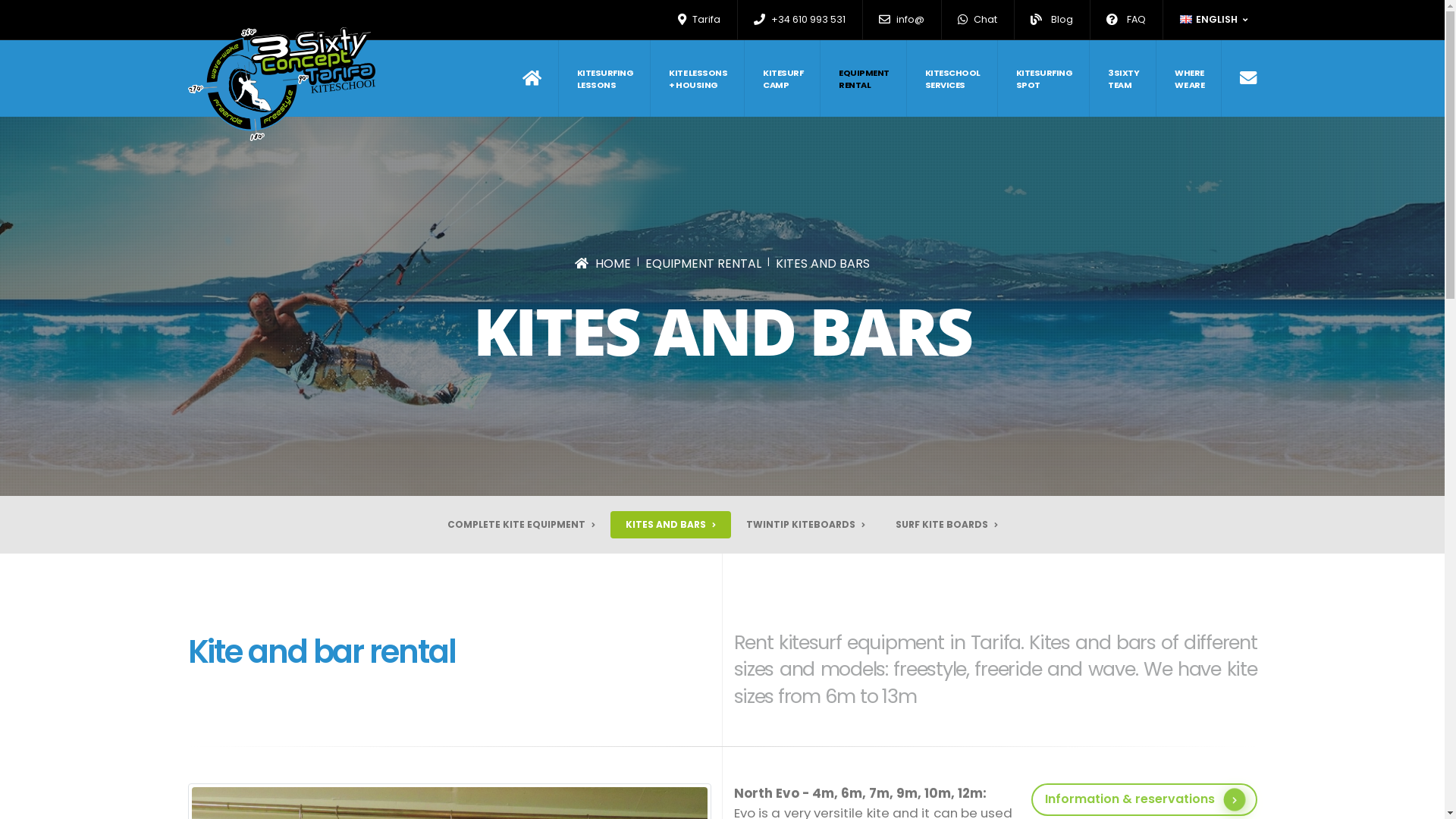 This screenshot has width=1456, height=819. I want to click on 'KITES AND BARS', so click(669, 523).